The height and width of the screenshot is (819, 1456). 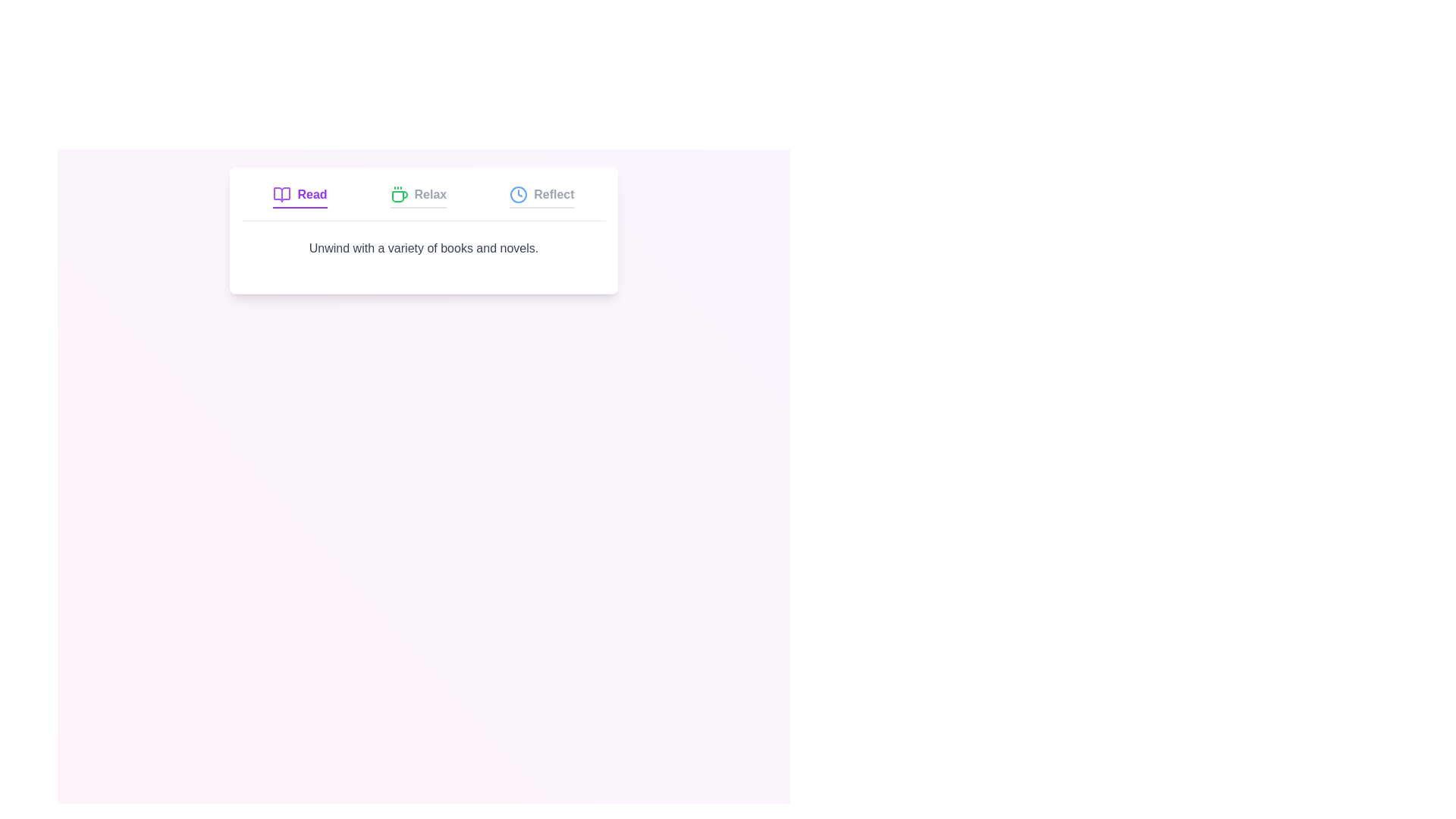 I want to click on the Read tab to switch its content, so click(x=300, y=196).